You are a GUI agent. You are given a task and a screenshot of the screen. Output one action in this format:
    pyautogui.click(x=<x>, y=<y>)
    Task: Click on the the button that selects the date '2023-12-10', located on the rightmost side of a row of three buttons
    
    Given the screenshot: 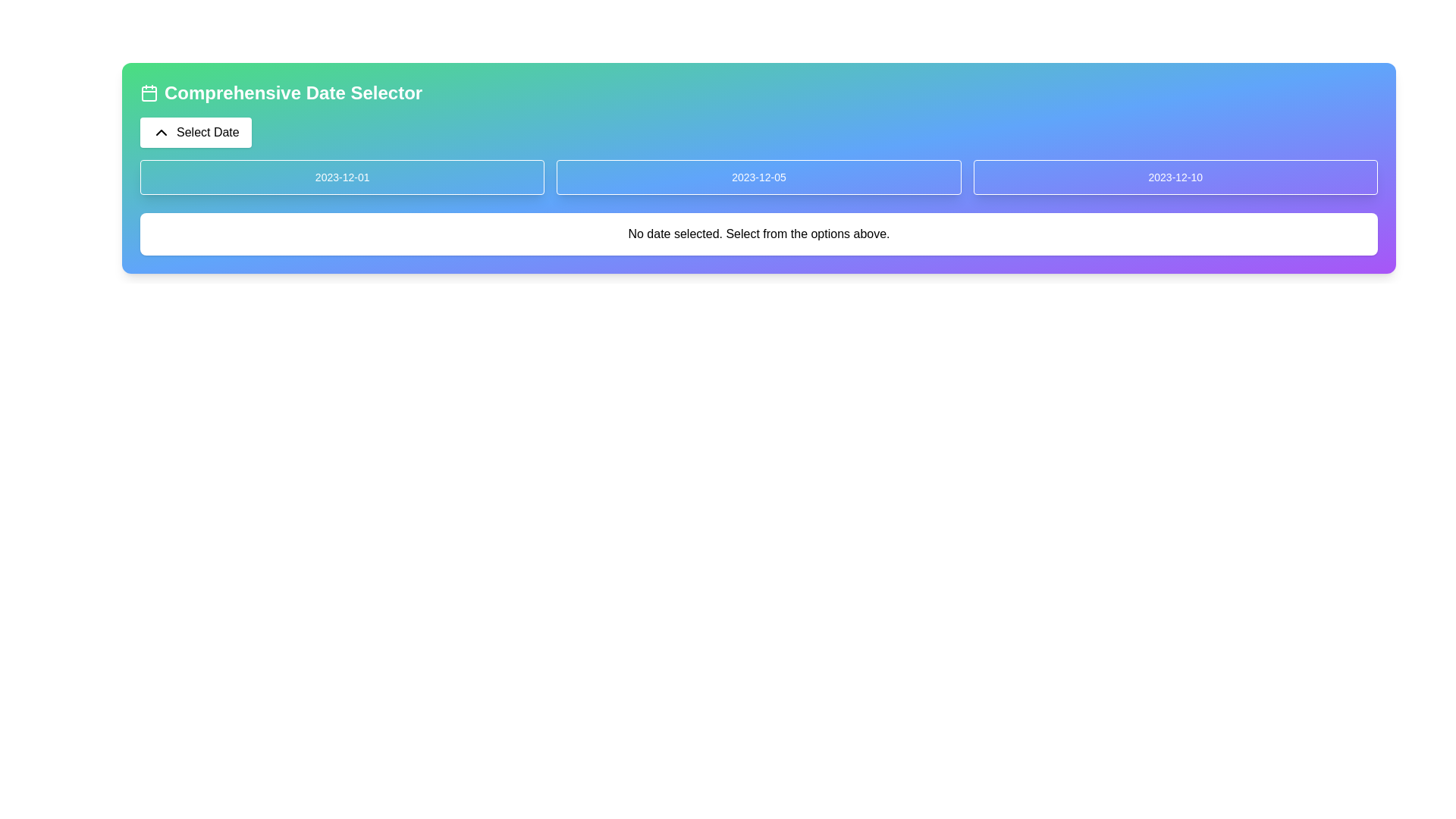 What is the action you would take?
    pyautogui.click(x=1175, y=177)
    